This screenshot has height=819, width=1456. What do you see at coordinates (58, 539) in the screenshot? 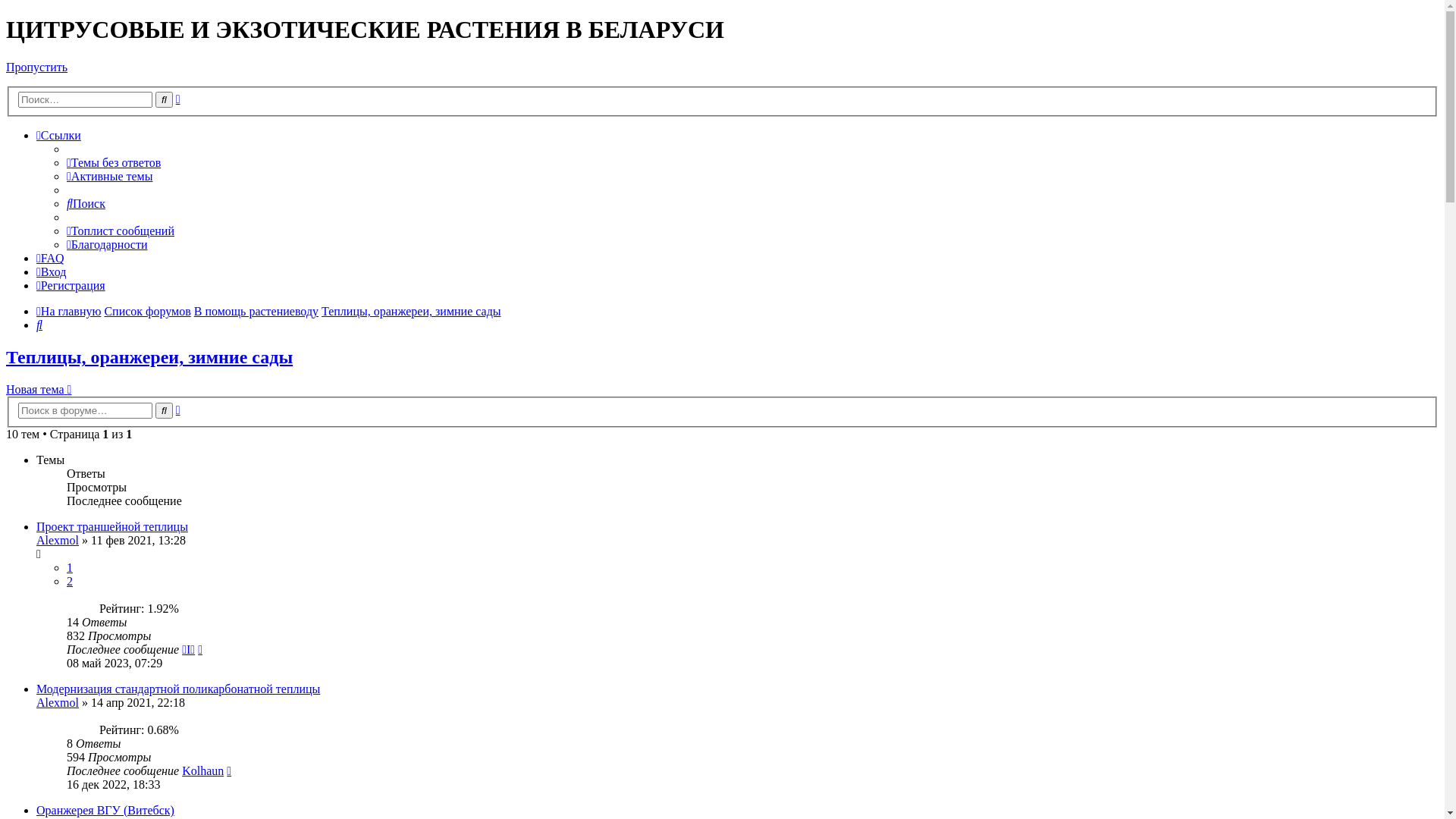
I see `'Alexmol'` at bounding box center [58, 539].